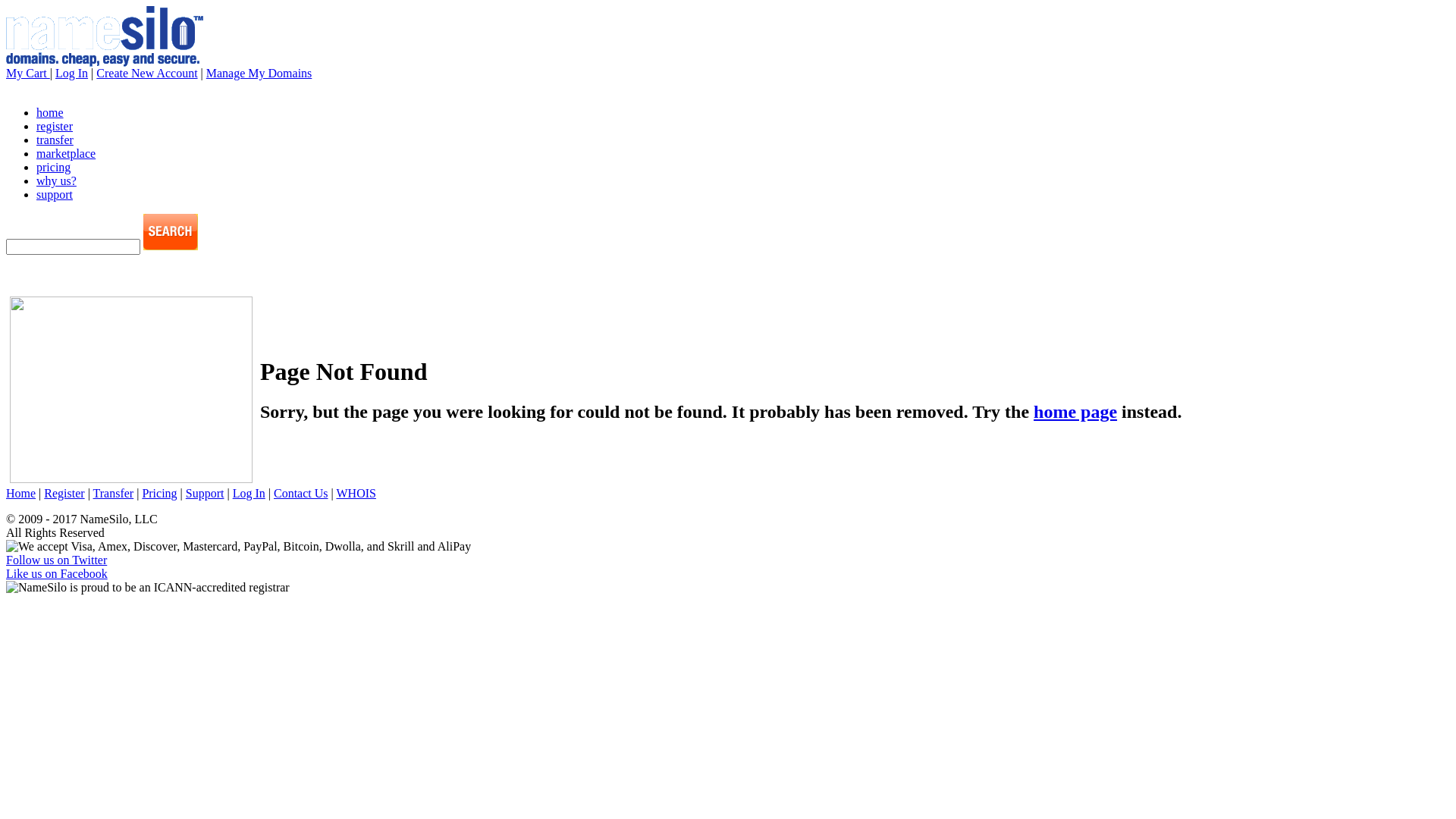 The width and height of the screenshot is (1456, 819). I want to click on 'support', so click(36, 193).